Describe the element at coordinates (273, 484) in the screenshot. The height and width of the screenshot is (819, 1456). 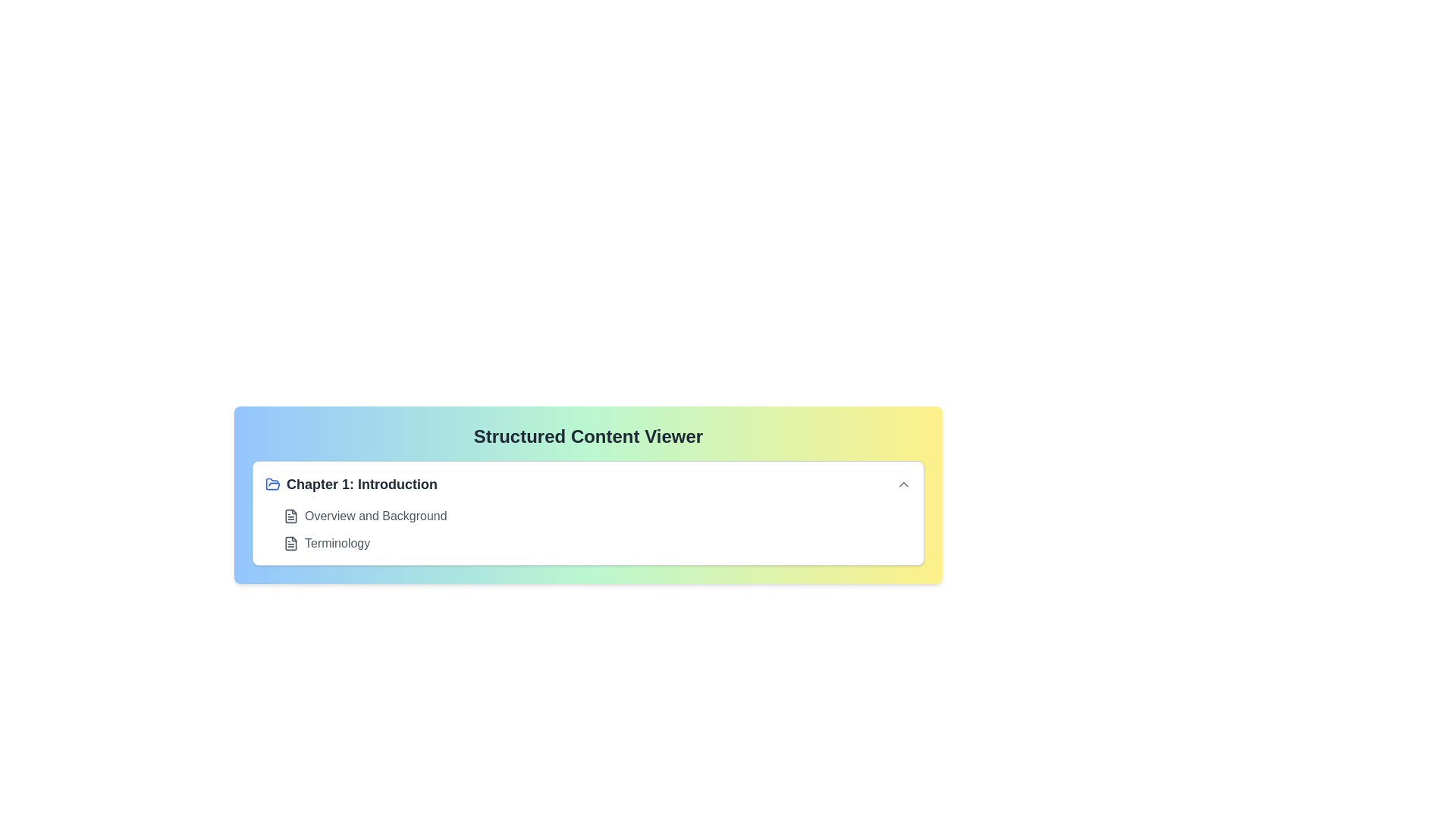
I see `the decorative icon associated with the chapter title in the 'Structured Content Viewer' interface, located at the top-left corner of 'Chapter 1: Introduction.'` at that location.